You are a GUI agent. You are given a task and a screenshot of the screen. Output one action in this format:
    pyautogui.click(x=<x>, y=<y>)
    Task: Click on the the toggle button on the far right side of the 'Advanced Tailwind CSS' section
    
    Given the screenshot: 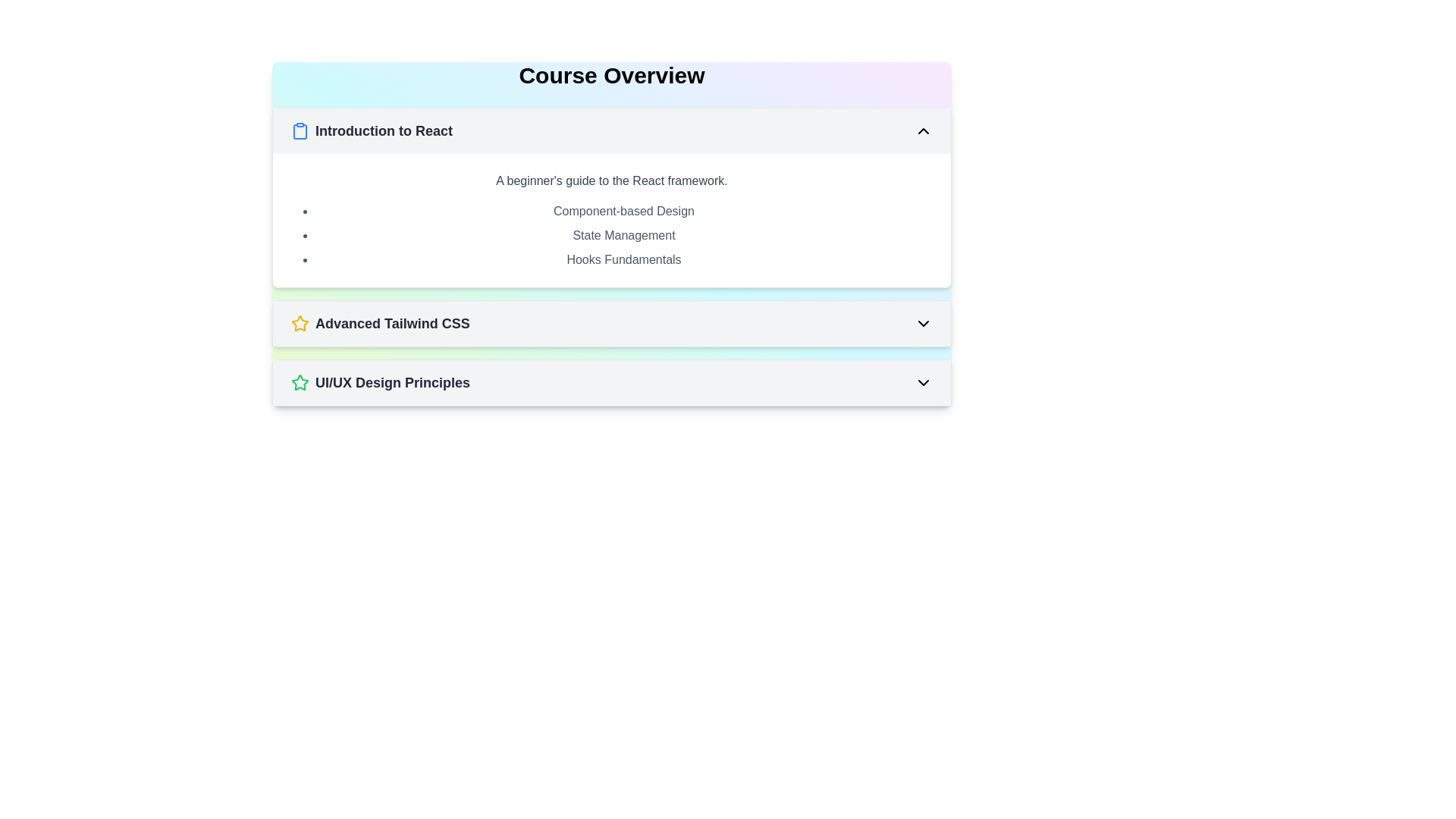 What is the action you would take?
    pyautogui.click(x=923, y=323)
    